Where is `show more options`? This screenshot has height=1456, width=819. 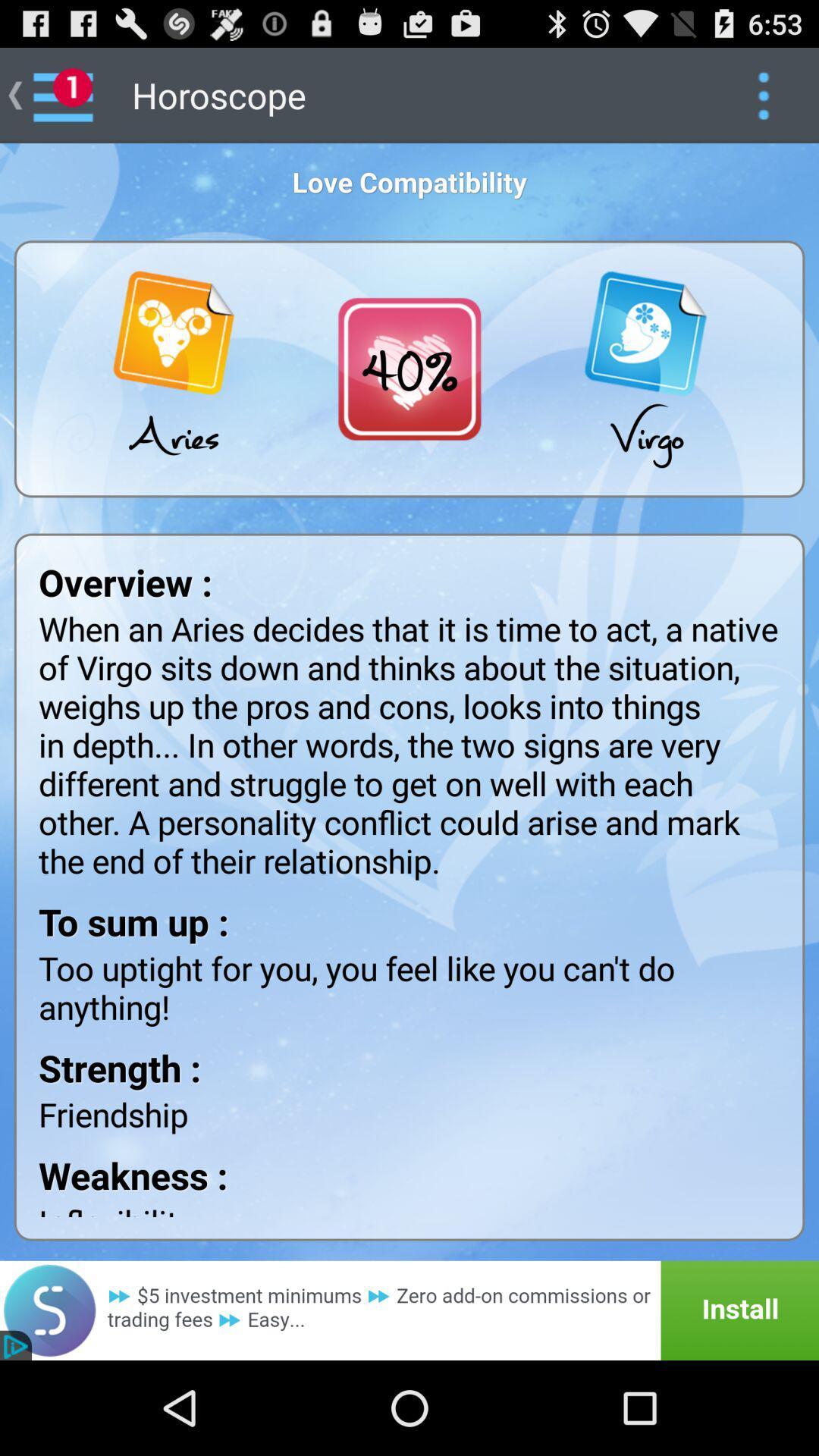
show more options is located at coordinates (763, 94).